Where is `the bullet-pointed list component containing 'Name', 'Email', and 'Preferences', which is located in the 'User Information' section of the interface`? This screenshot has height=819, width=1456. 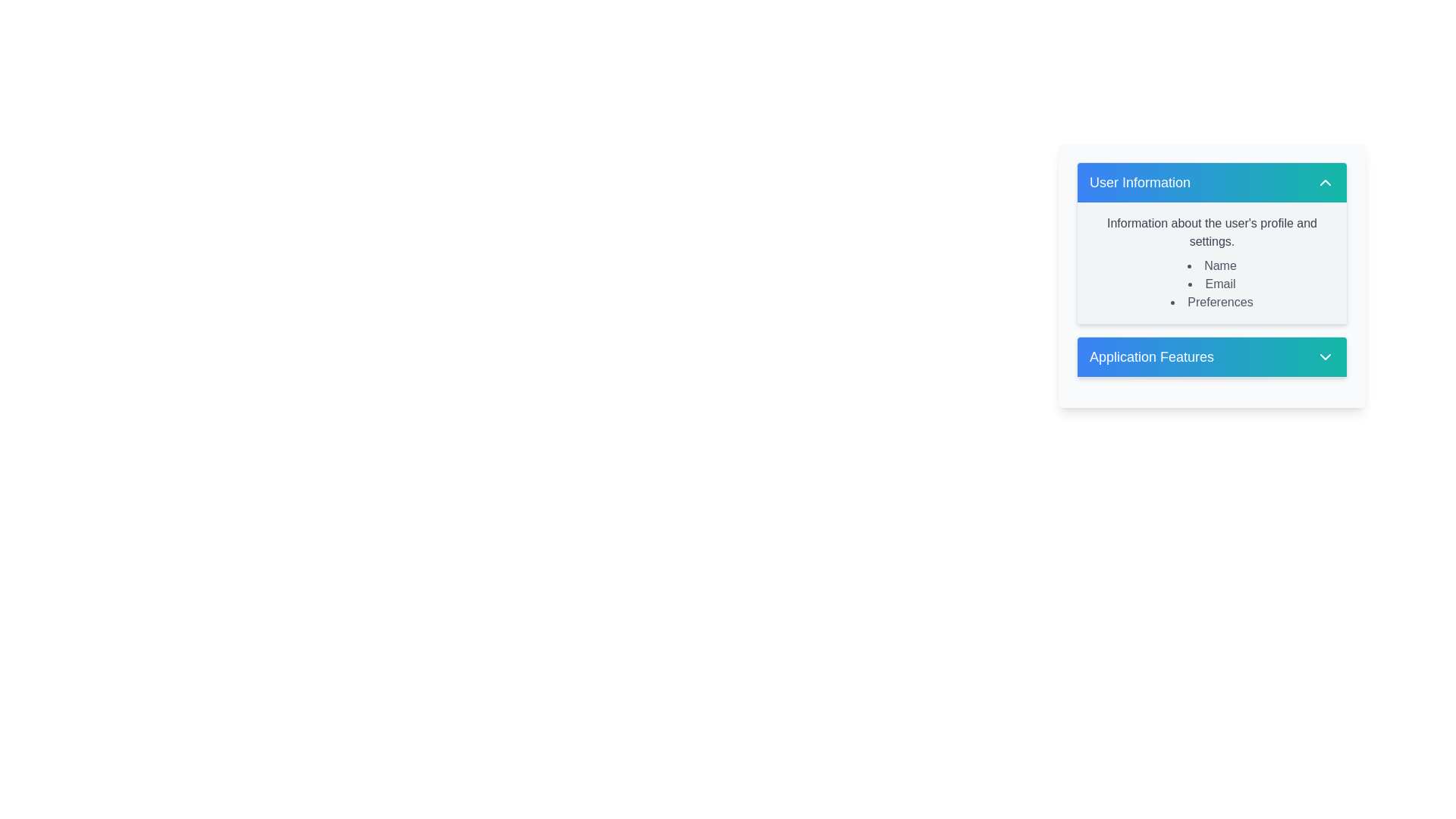
the bullet-pointed list component containing 'Name', 'Email', and 'Preferences', which is located in the 'User Information' section of the interface is located at coordinates (1211, 284).